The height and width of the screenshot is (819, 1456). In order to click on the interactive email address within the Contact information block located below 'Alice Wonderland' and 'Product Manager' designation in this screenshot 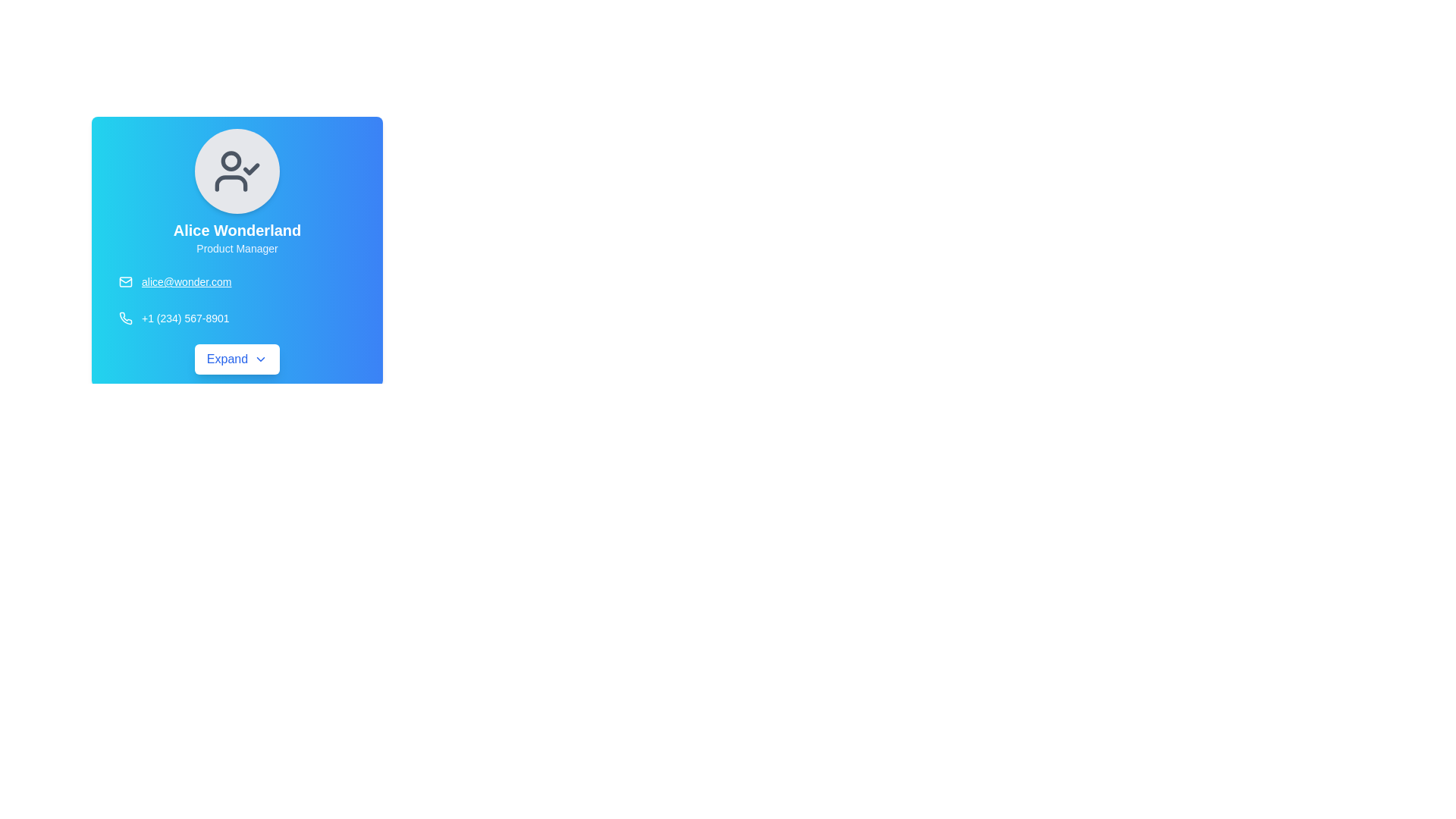, I will do `click(236, 300)`.